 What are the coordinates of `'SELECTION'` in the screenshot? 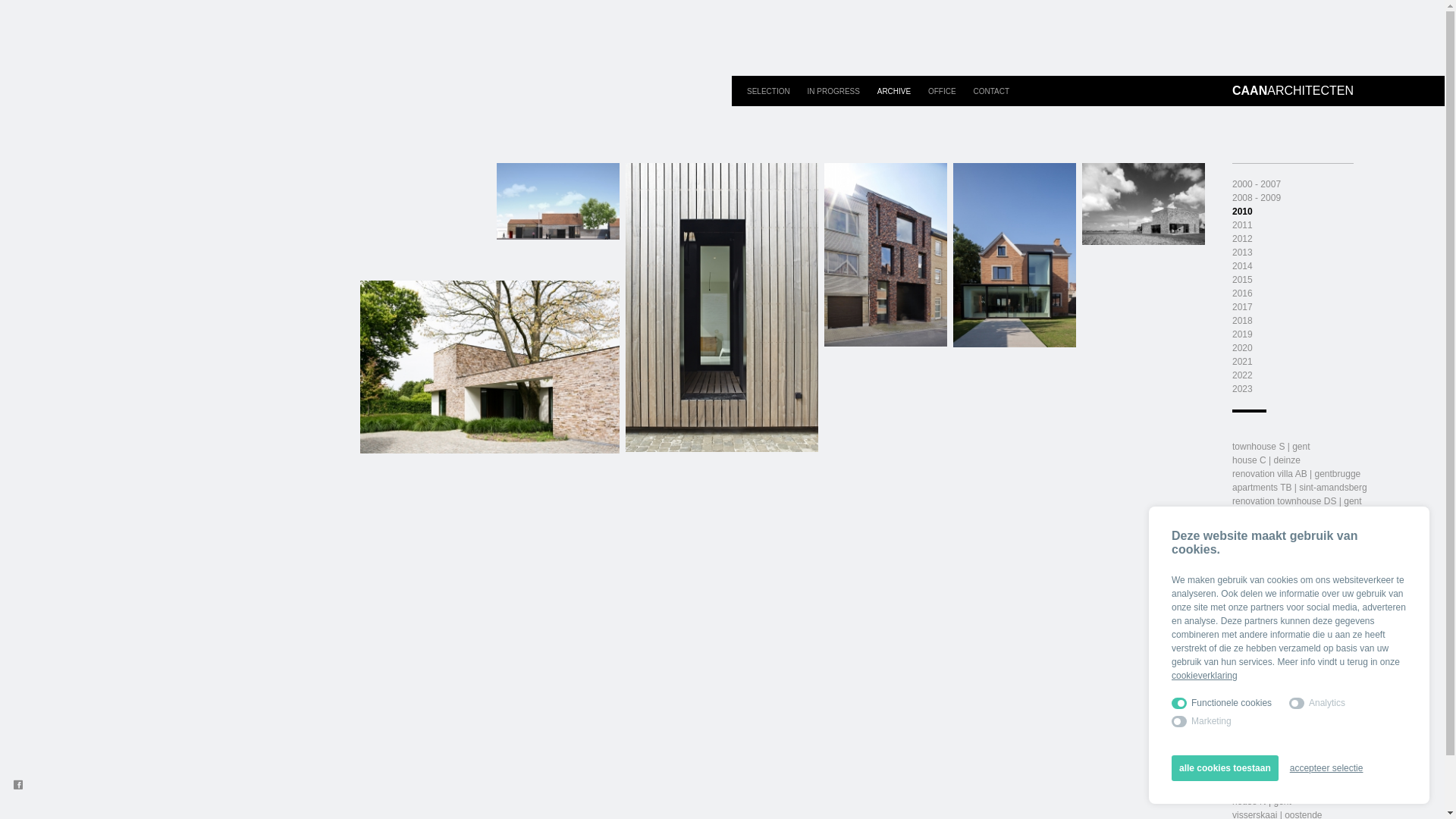 It's located at (769, 91).